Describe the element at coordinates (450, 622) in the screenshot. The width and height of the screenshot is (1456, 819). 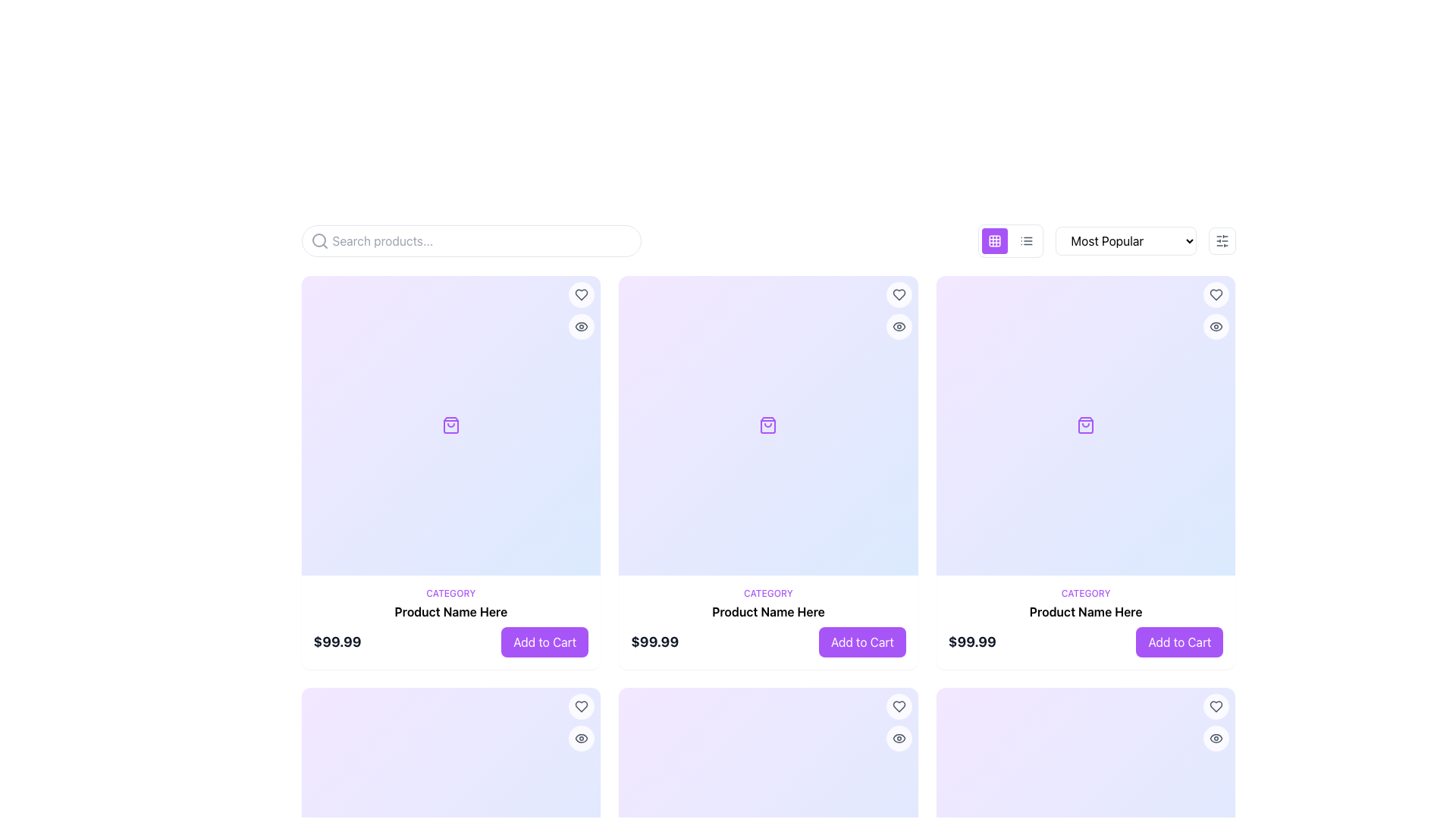
I see `product information from the card section which includes the category label, product name, and price, located at the bottom of the leftmost card in the row` at that location.